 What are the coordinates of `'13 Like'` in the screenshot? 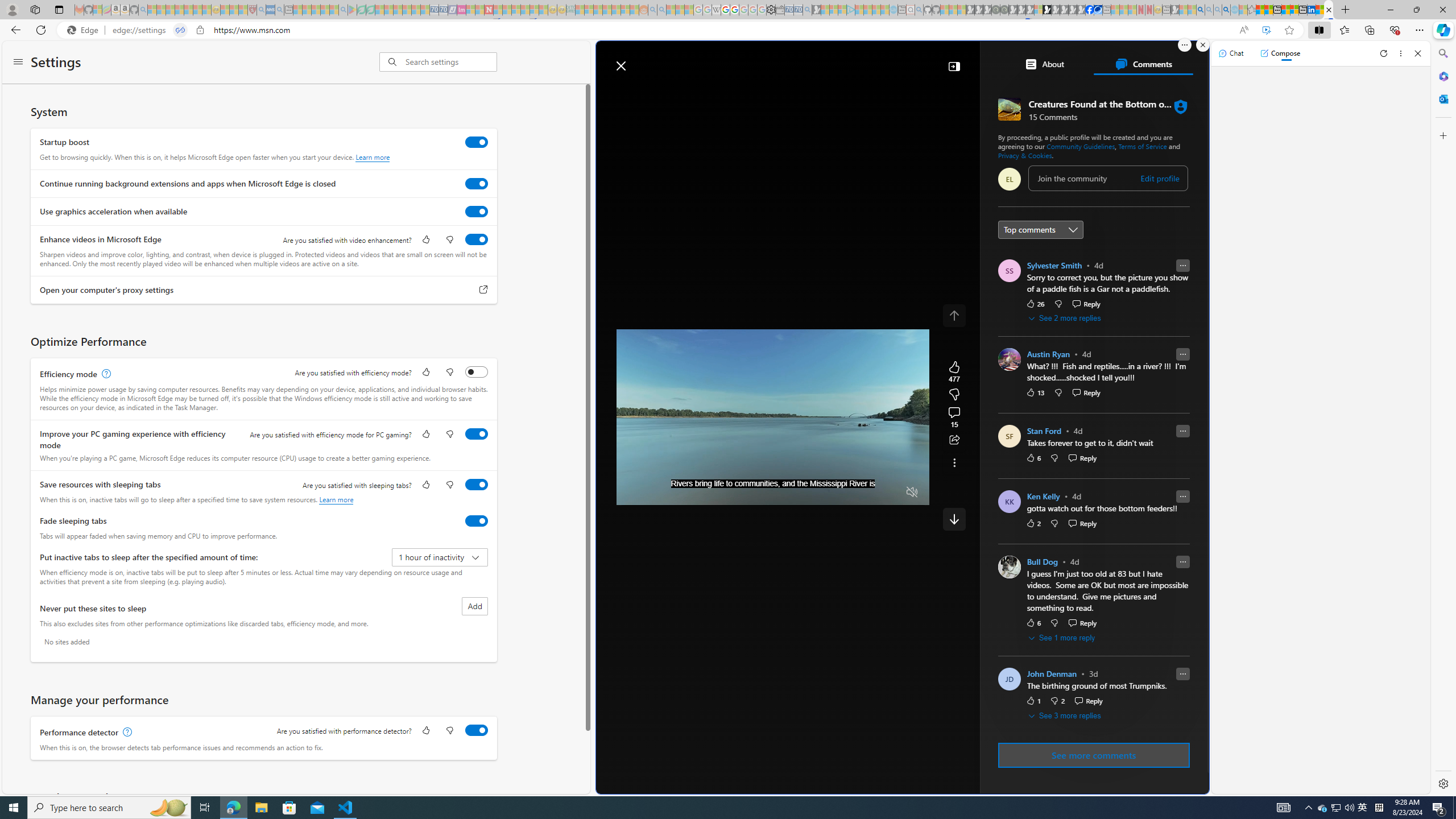 It's located at (1035, 392).